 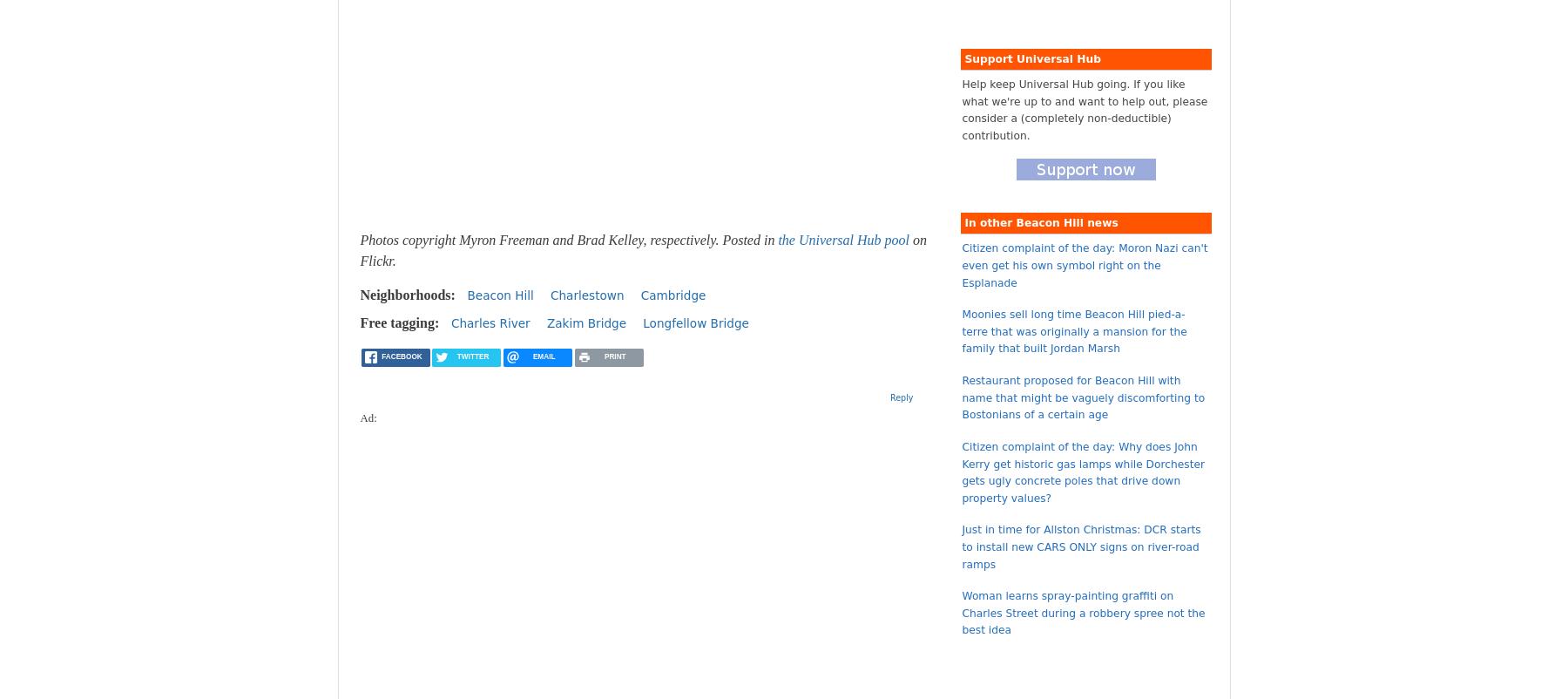 What do you see at coordinates (1083, 612) in the screenshot?
I see `'Woman learns spray-painting graffiti on Charles Street during a robbery spree not the best idea'` at bounding box center [1083, 612].